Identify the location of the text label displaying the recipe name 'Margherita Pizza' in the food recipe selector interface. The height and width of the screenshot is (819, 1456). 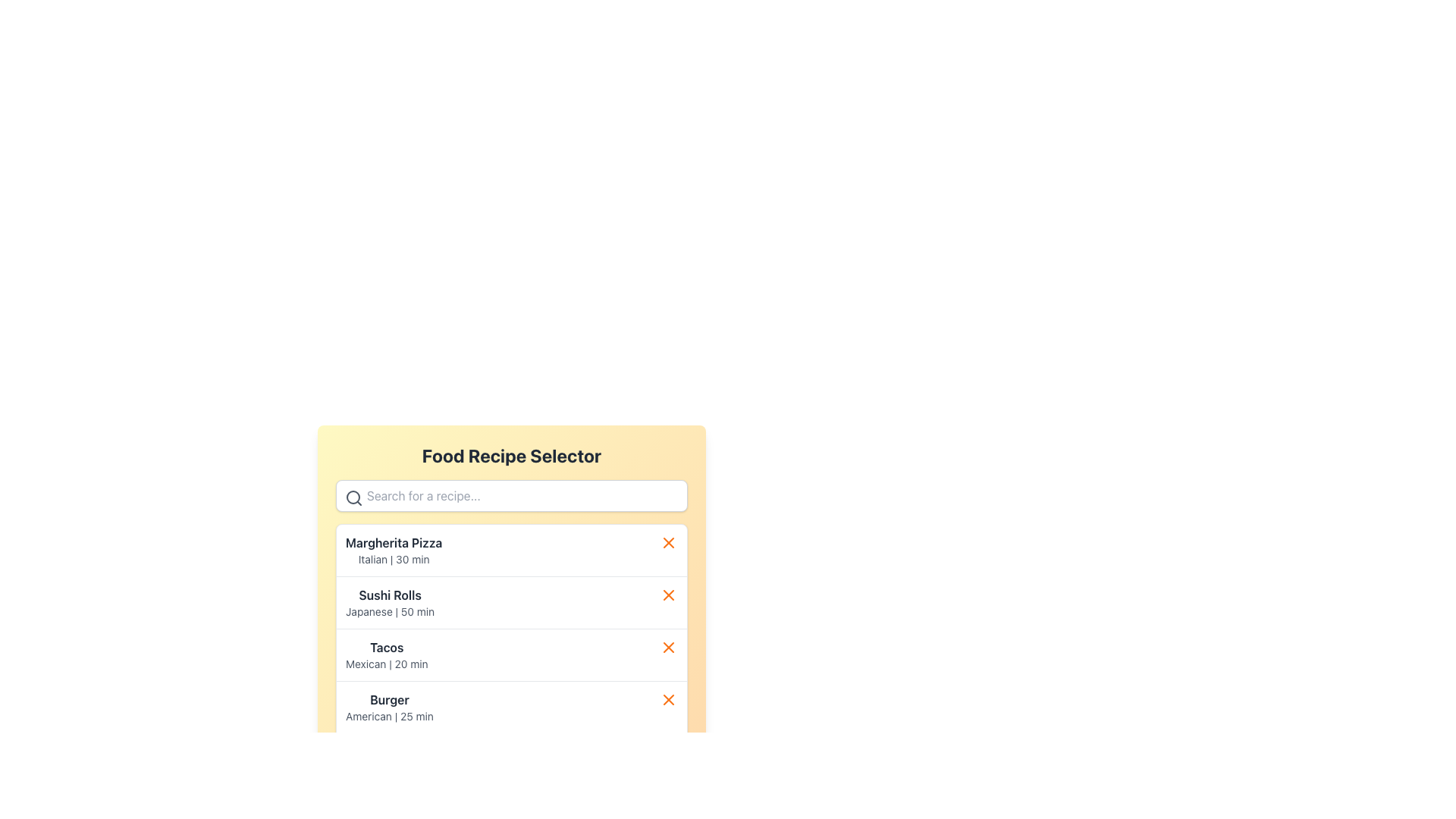
(394, 542).